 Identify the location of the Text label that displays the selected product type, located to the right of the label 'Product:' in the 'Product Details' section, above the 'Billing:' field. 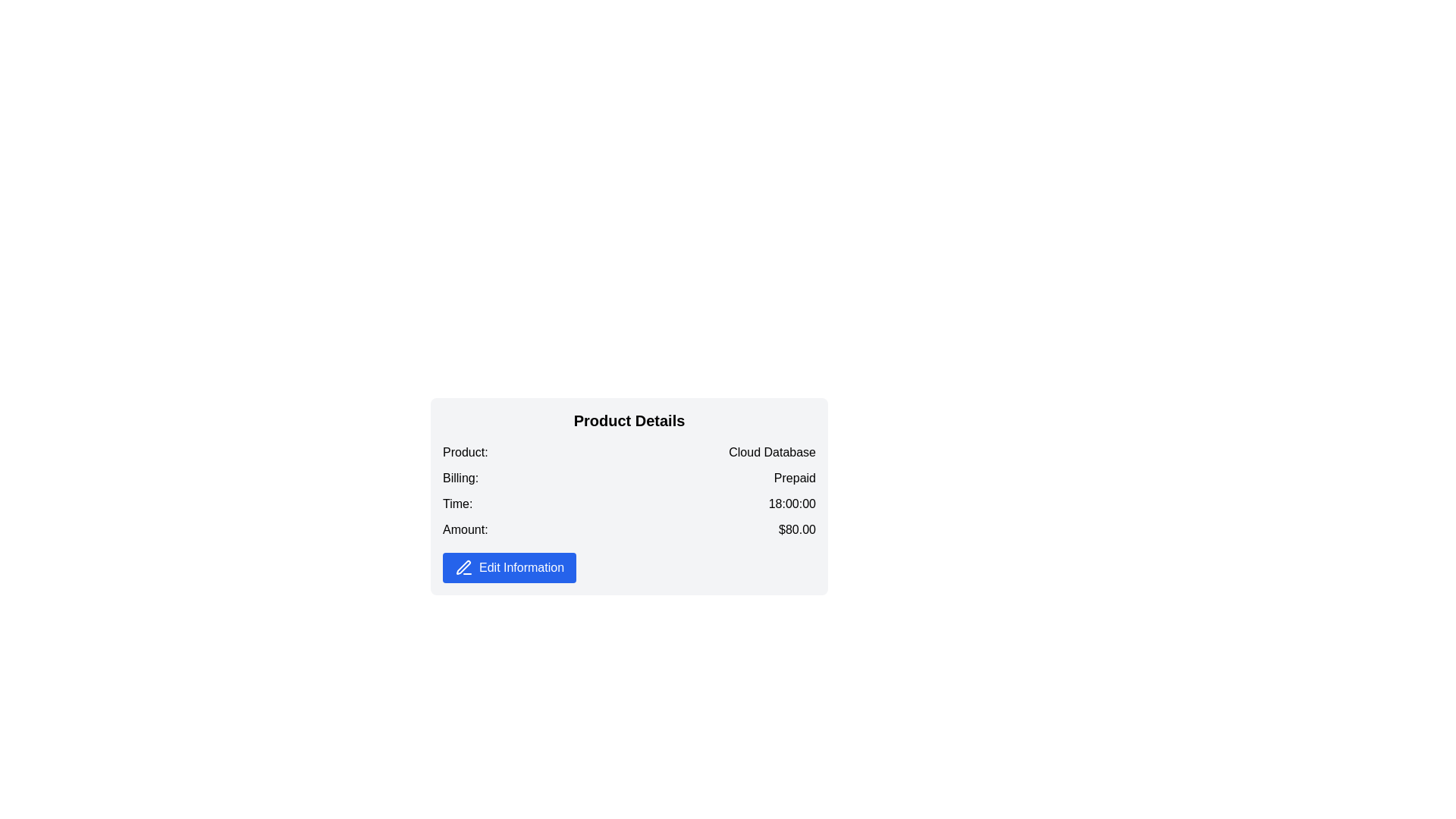
(772, 452).